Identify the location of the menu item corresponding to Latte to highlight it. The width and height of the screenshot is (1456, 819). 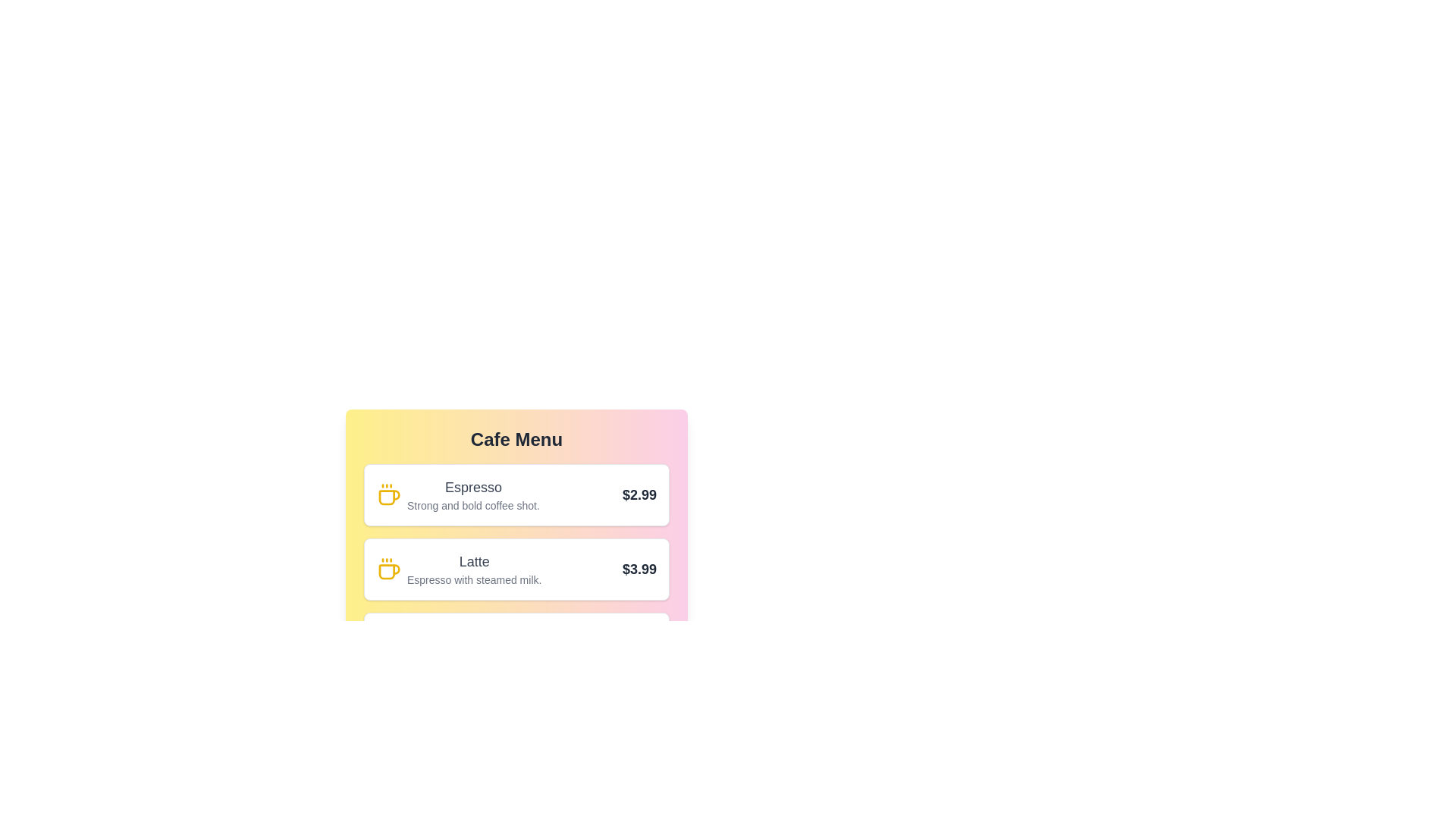
(516, 570).